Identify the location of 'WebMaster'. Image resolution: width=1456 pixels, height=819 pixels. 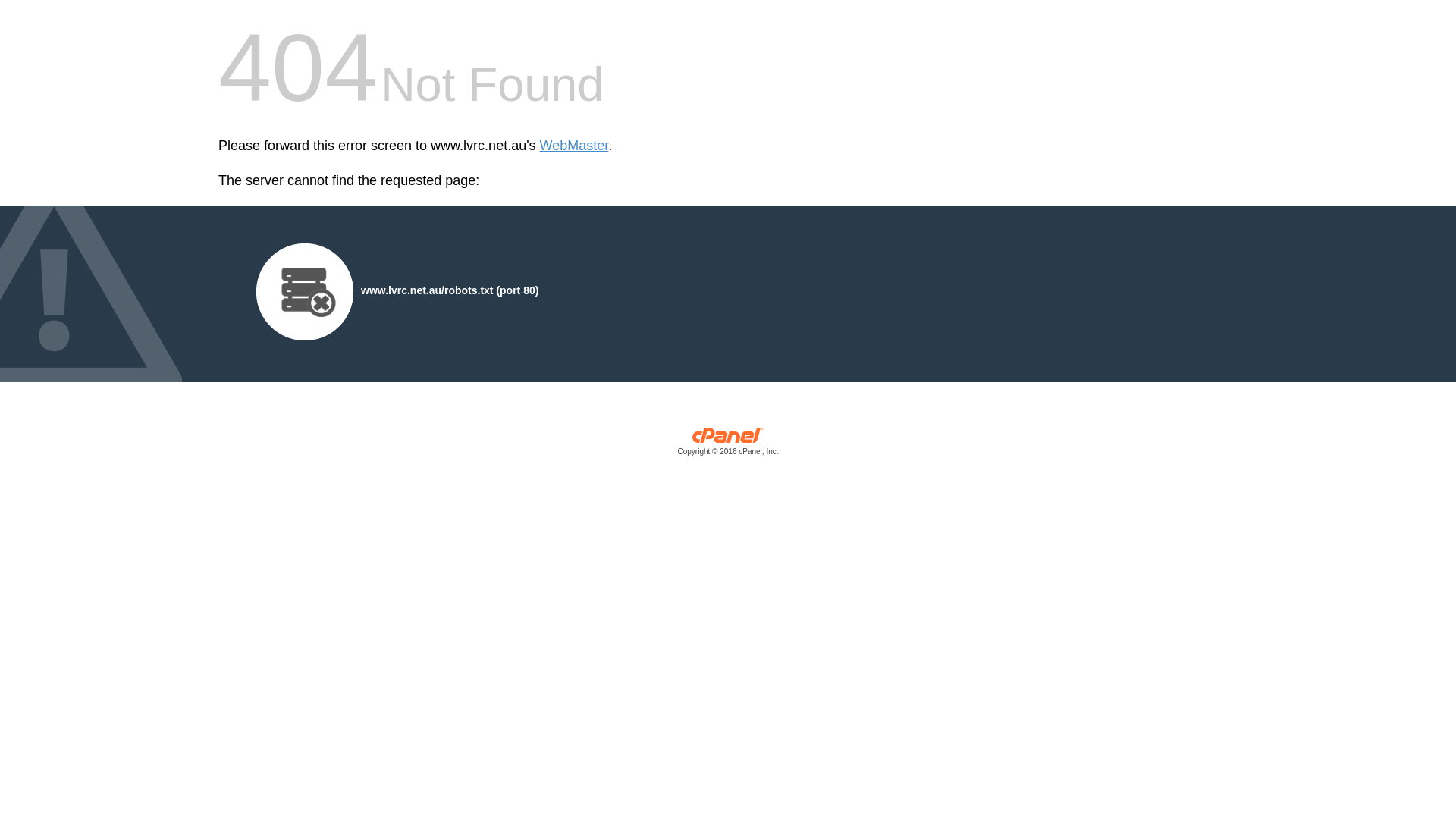
(573, 146).